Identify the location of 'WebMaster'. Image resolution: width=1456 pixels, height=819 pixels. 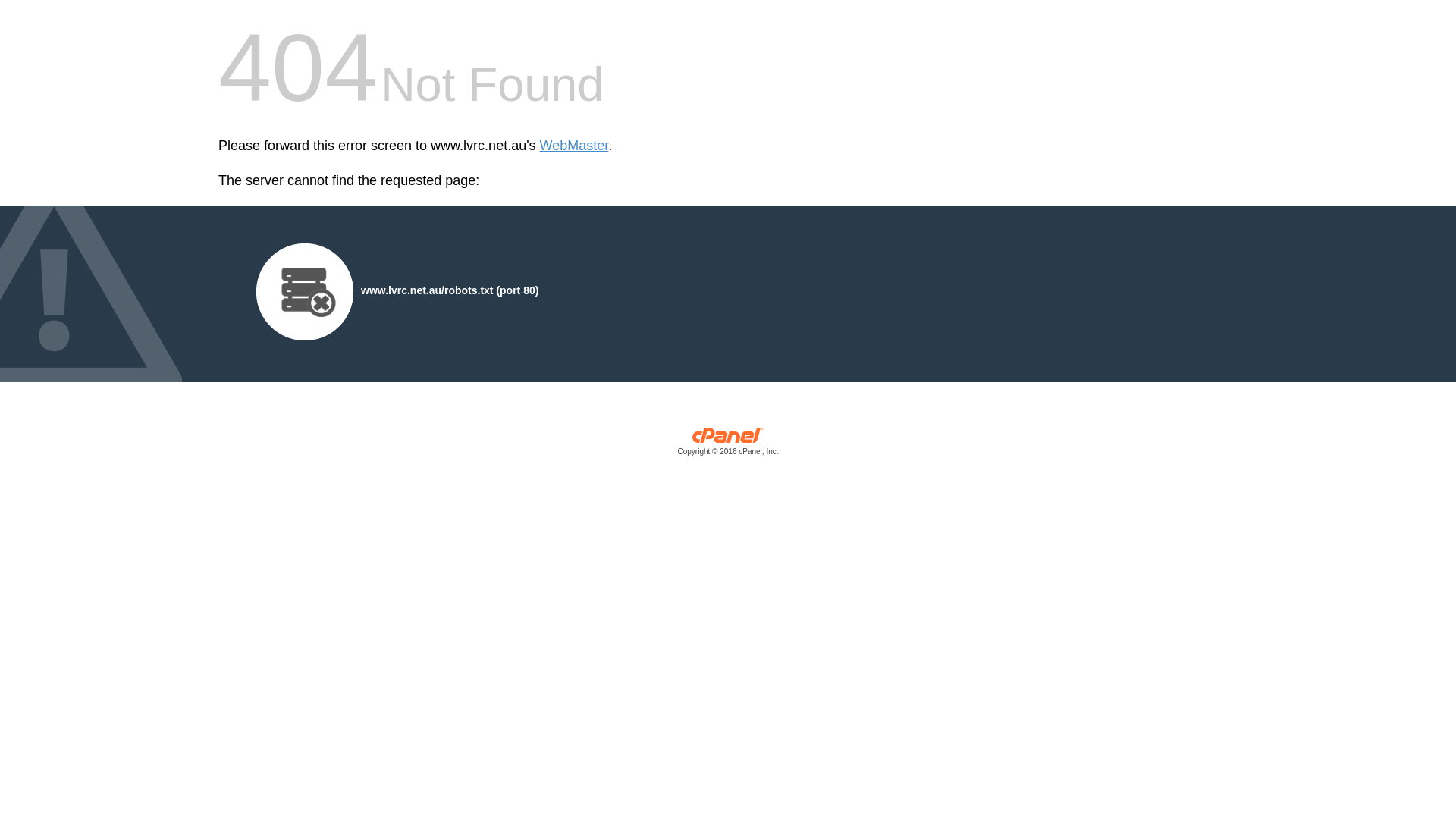
(573, 146).